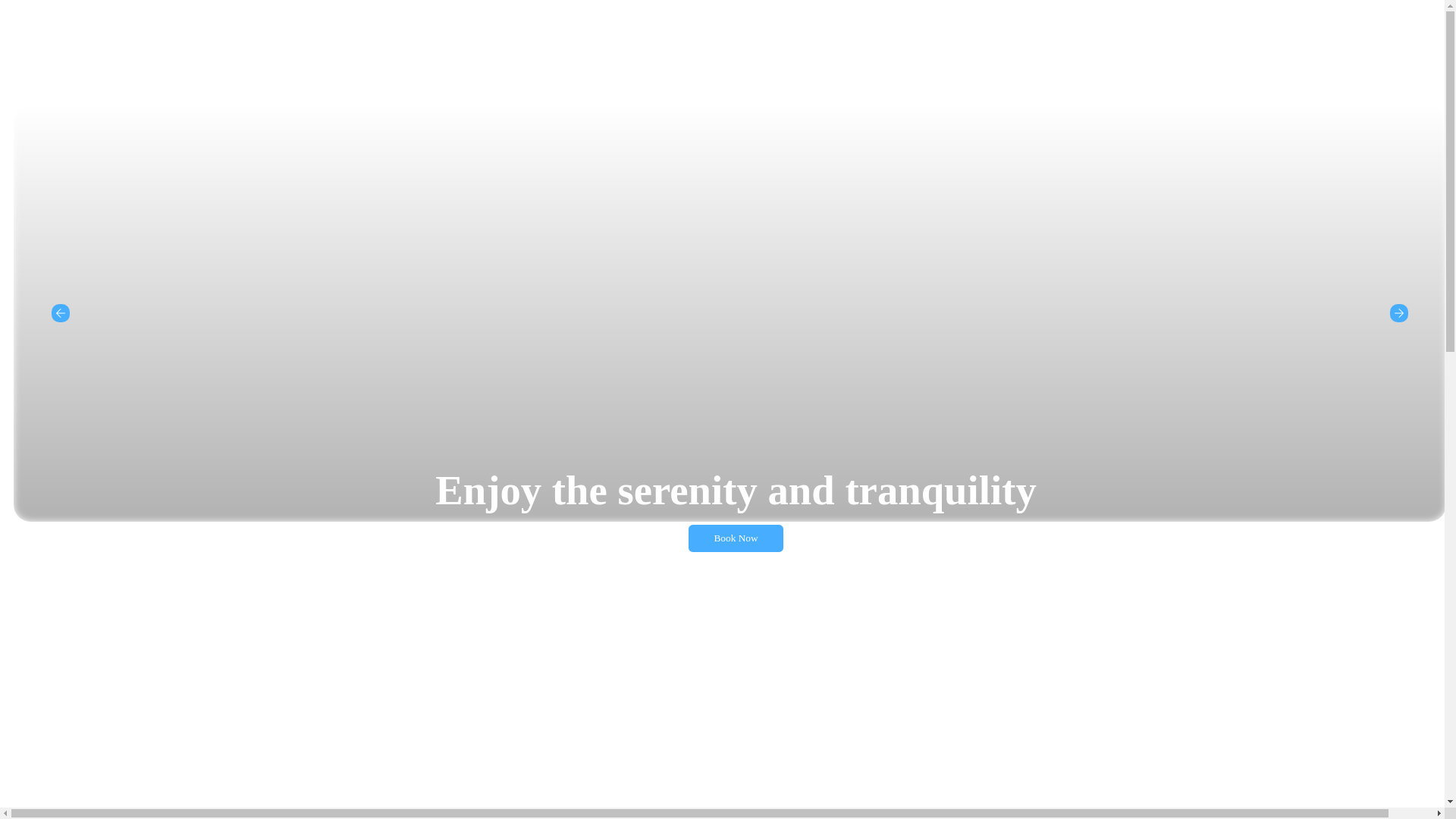 The width and height of the screenshot is (1456, 819). I want to click on 'Book Now', so click(736, 537).